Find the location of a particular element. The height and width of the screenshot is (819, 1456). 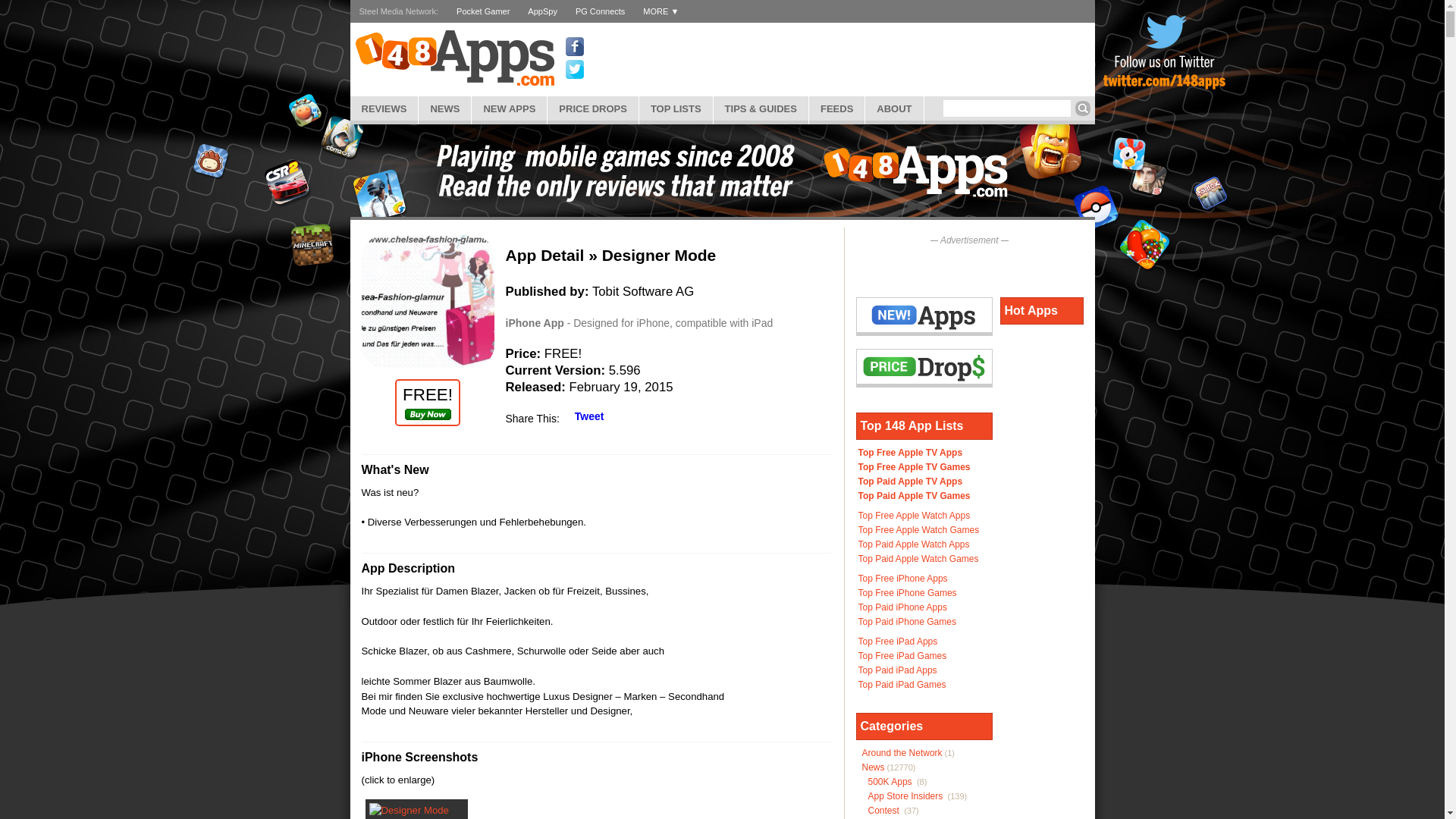

'Top Free iPad Games' is located at coordinates (902, 654).